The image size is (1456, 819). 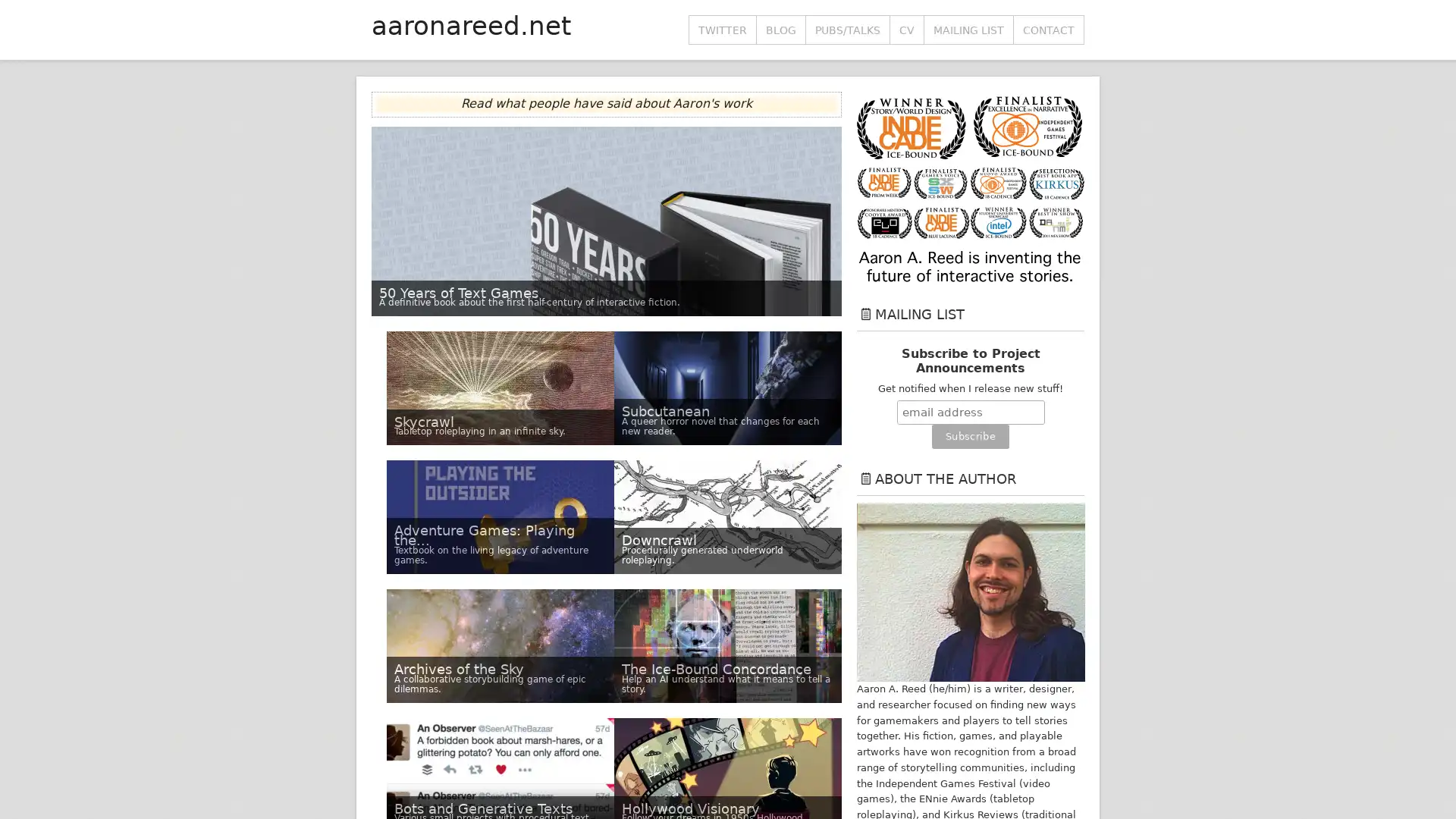 I want to click on Subscribe, so click(x=969, y=436).